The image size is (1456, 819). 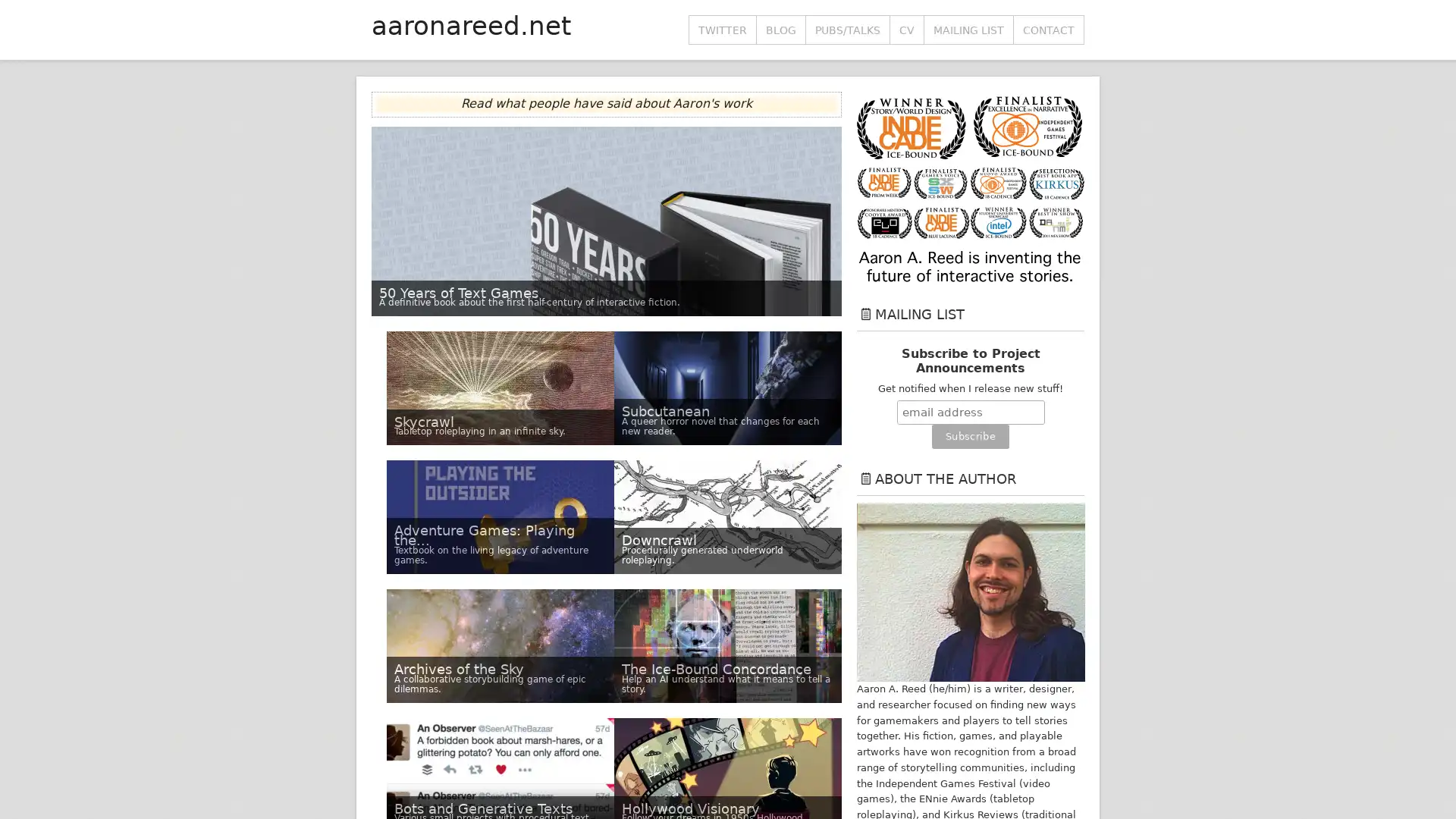 I want to click on Subscribe, so click(x=969, y=436).